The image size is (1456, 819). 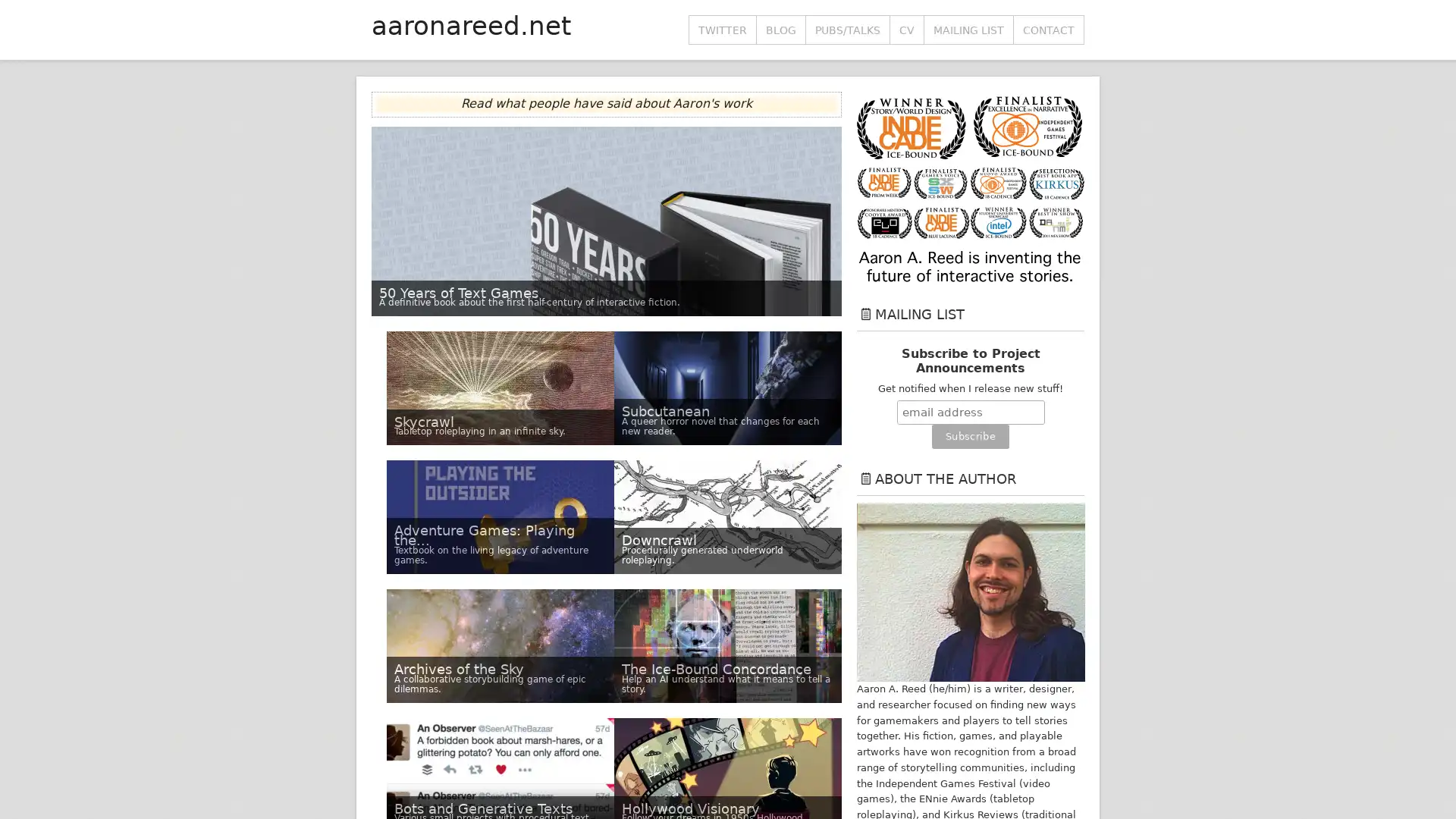 I want to click on Subscribe, so click(x=969, y=436).